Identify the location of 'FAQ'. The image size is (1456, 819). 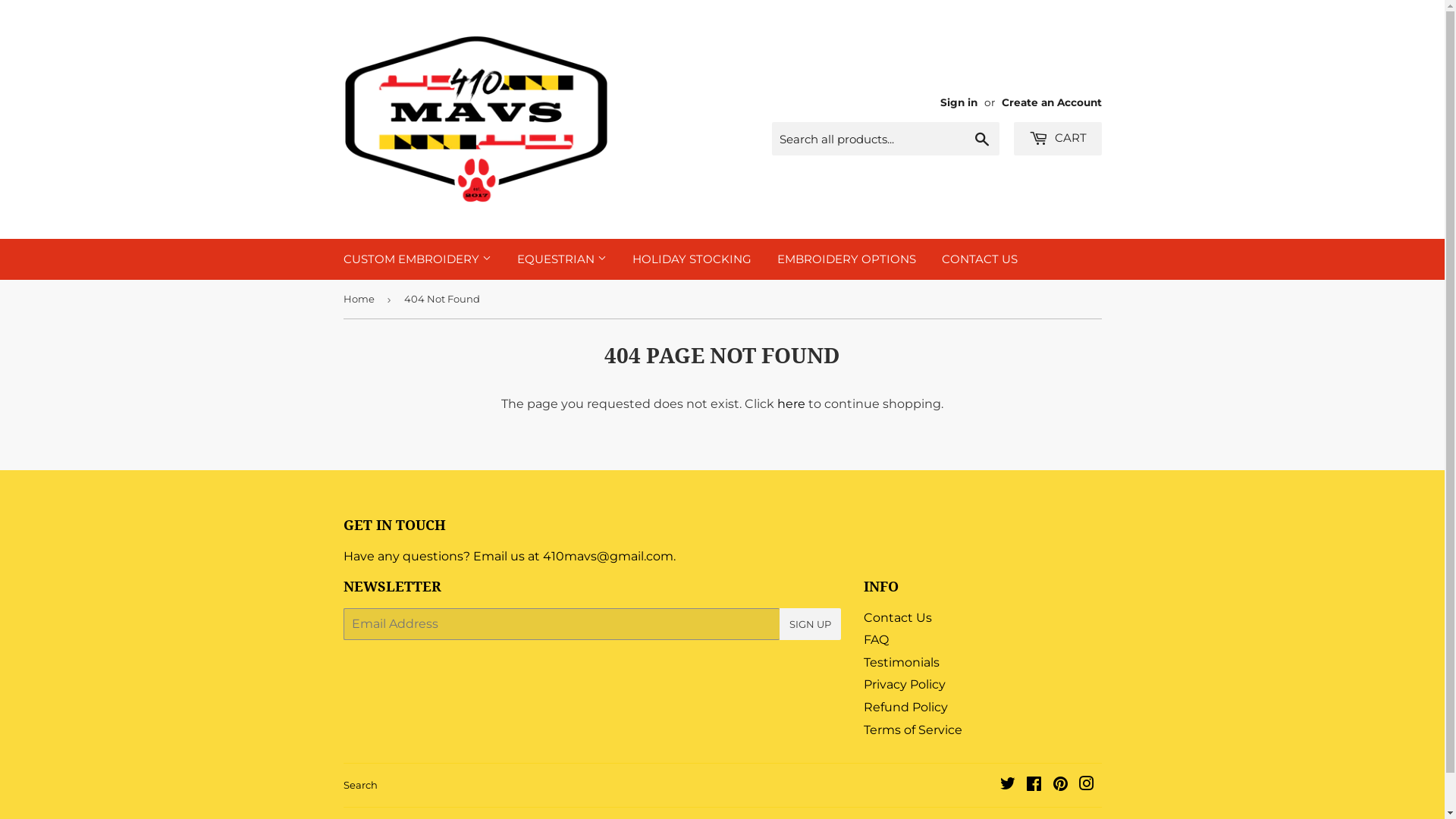
(876, 639).